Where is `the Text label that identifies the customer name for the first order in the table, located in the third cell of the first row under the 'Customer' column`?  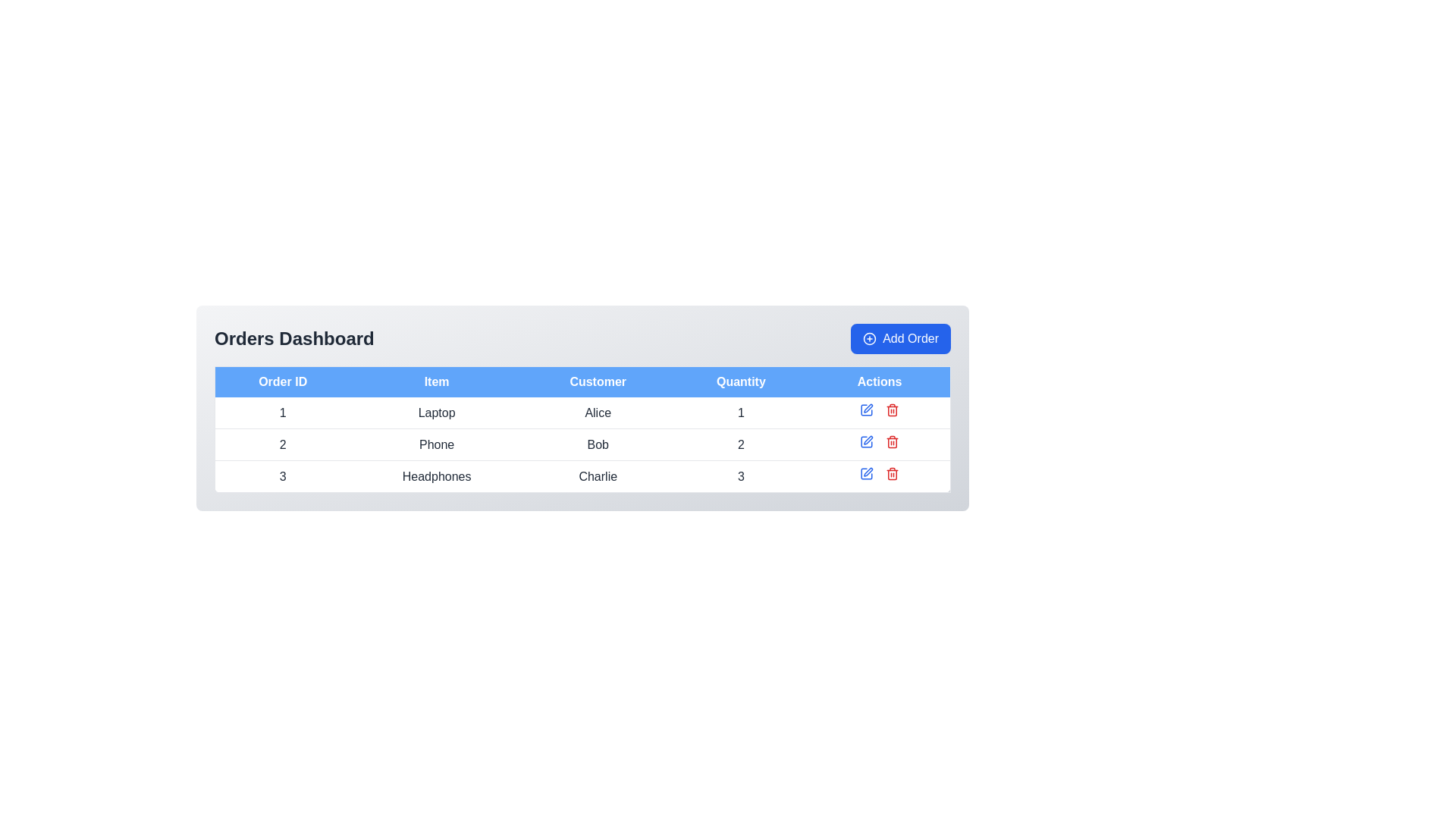 the Text label that identifies the customer name for the first order in the table, located in the third cell of the first row under the 'Customer' column is located at coordinates (597, 413).